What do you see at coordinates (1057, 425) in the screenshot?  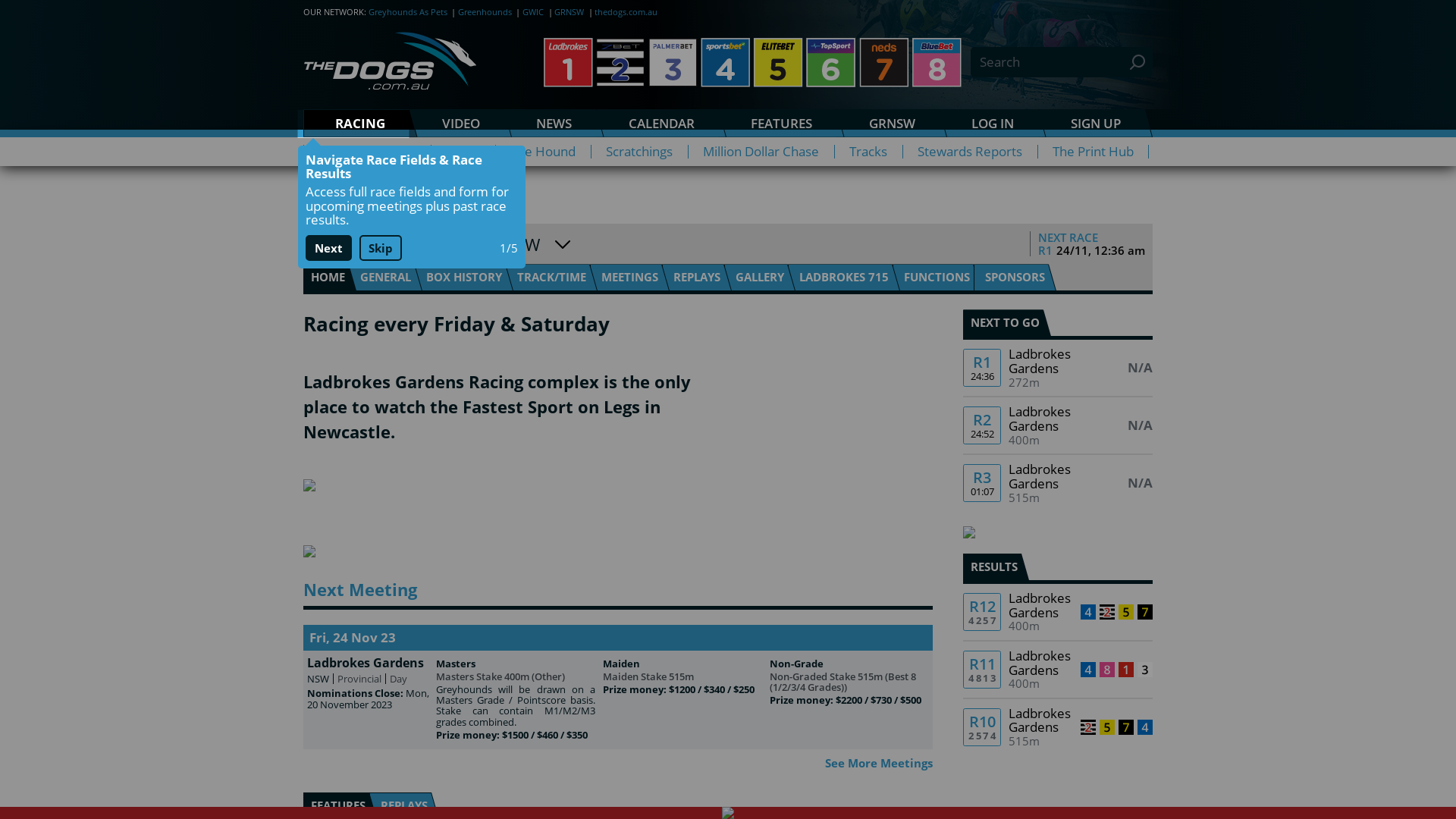 I see `'R2` at bounding box center [1057, 425].